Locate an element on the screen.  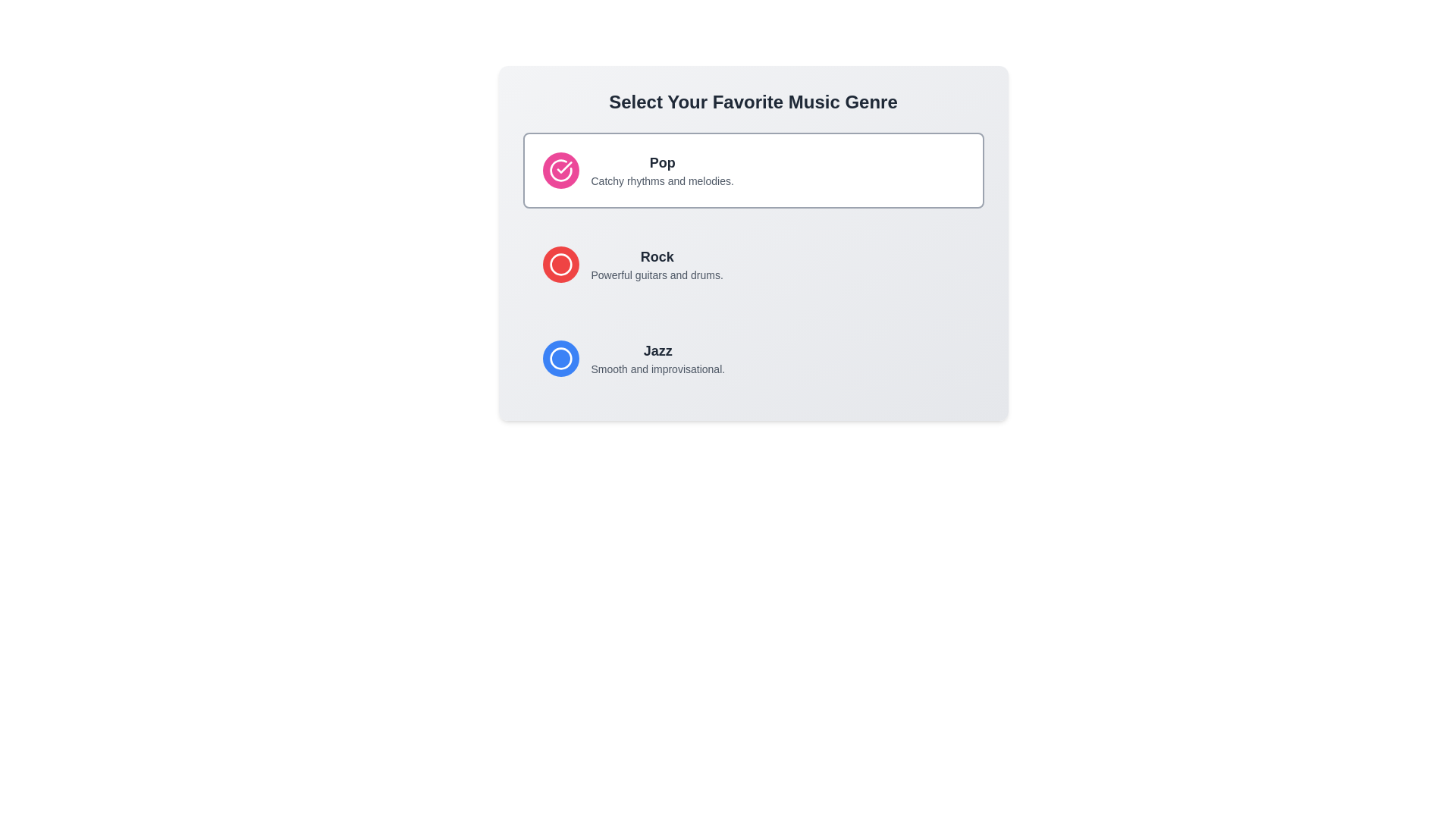
the text label representing the title for the 'Rock' music genre, located above the descriptive text 'Powerful guitars and drums' is located at coordinates (657, 256).